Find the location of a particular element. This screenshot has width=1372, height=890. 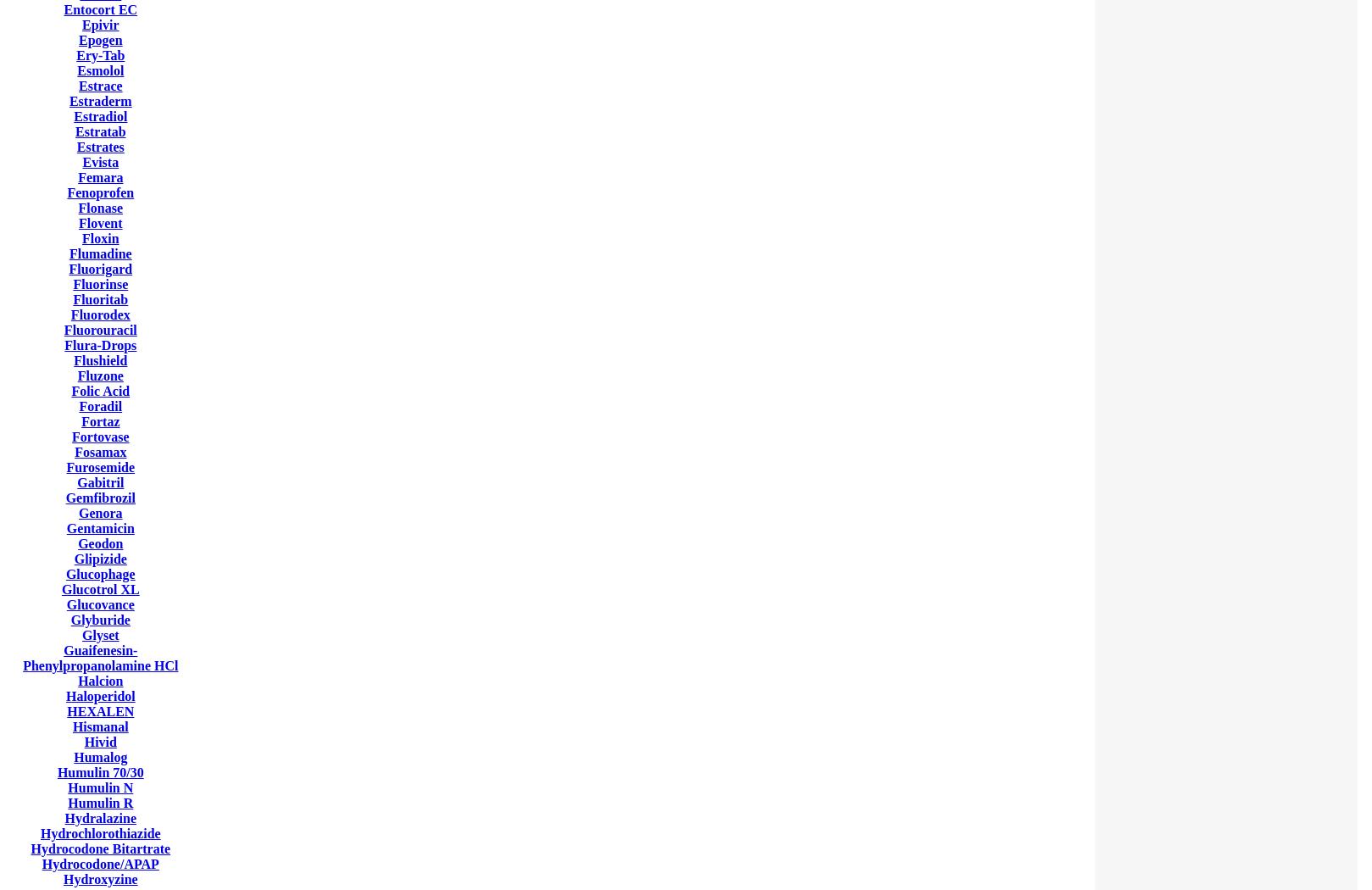

'Femara' is located at coordinates (100, 176).